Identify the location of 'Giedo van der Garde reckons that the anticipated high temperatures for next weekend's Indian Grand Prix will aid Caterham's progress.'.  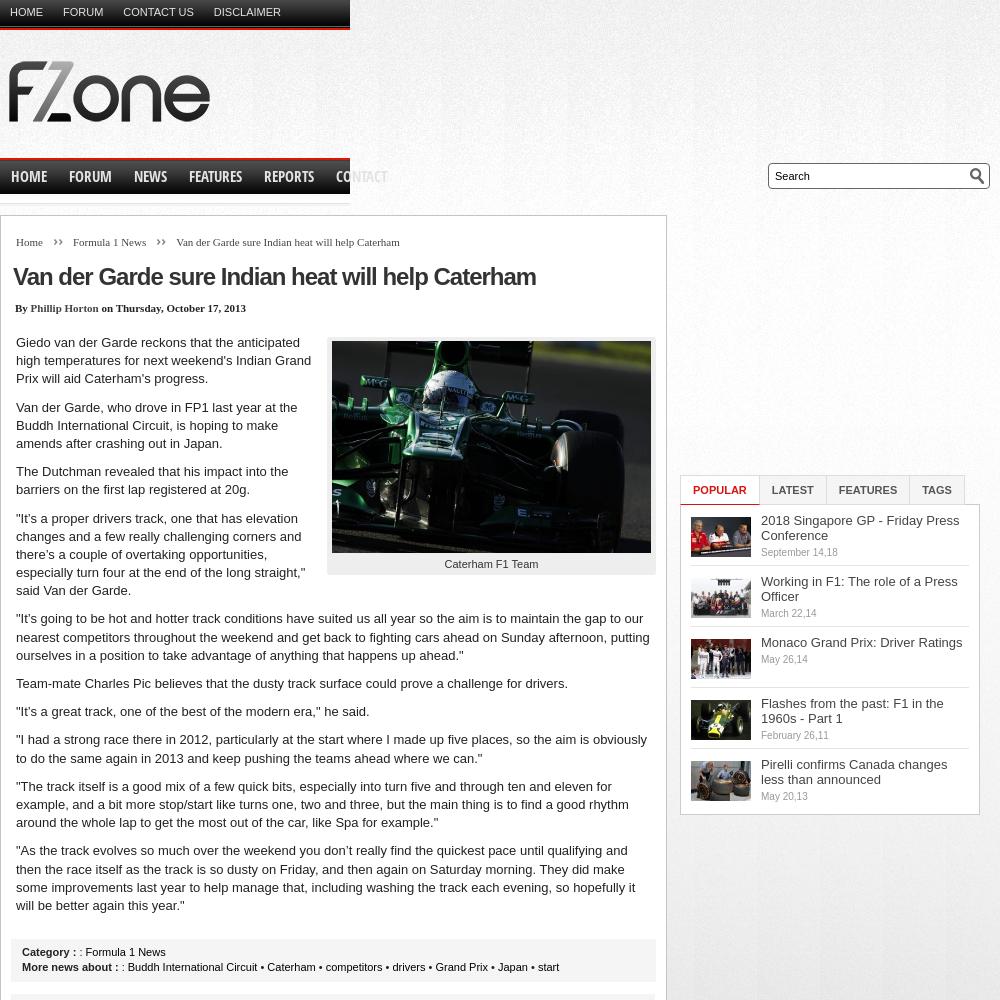
(163, 359).